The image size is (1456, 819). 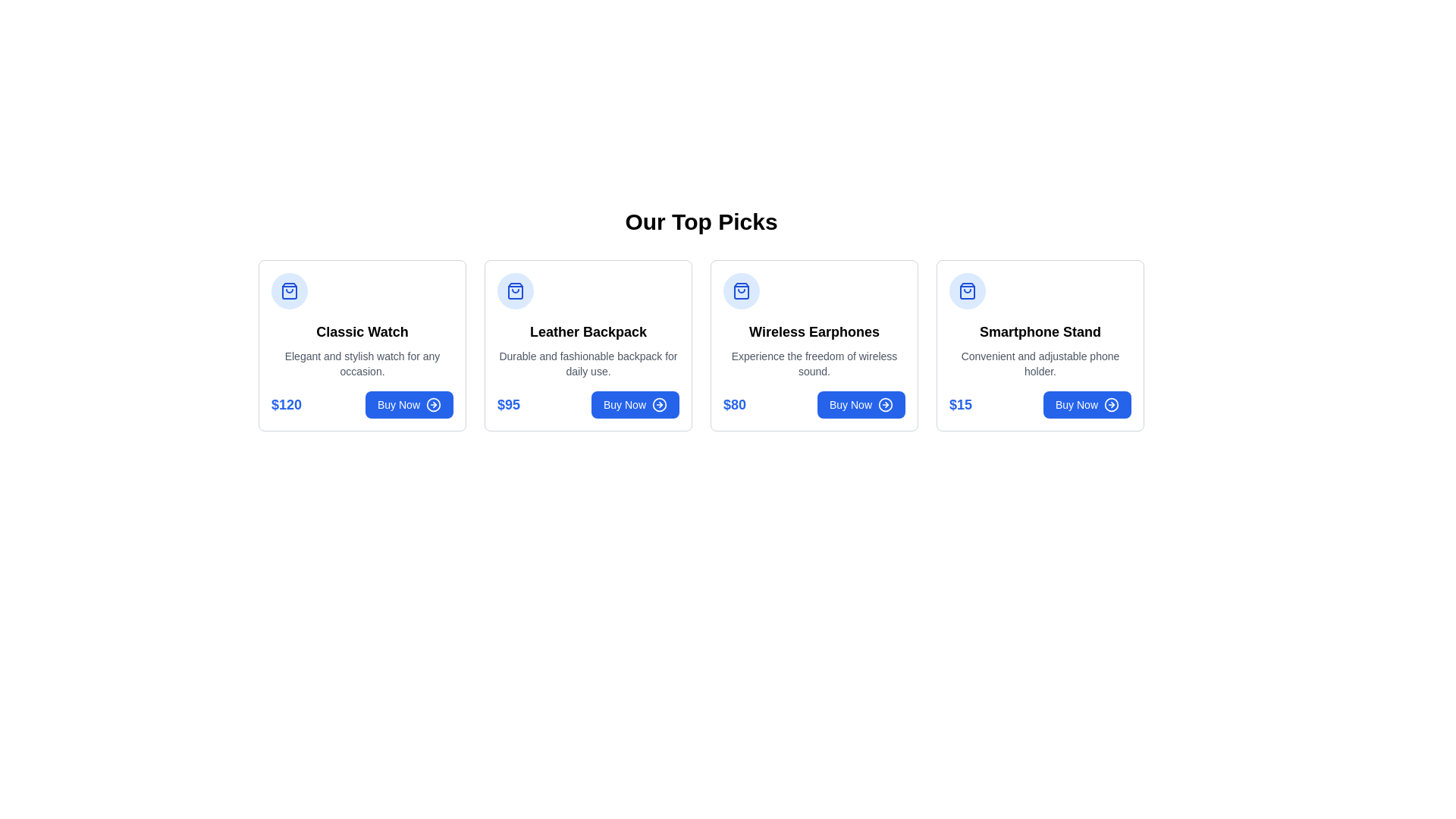 What do you see at coordinates (814, 363) in the screenshot?
I see `the descriptive text element located below 'Wireless Earphones' in the third card from the left` at bounding box center [814, 363].